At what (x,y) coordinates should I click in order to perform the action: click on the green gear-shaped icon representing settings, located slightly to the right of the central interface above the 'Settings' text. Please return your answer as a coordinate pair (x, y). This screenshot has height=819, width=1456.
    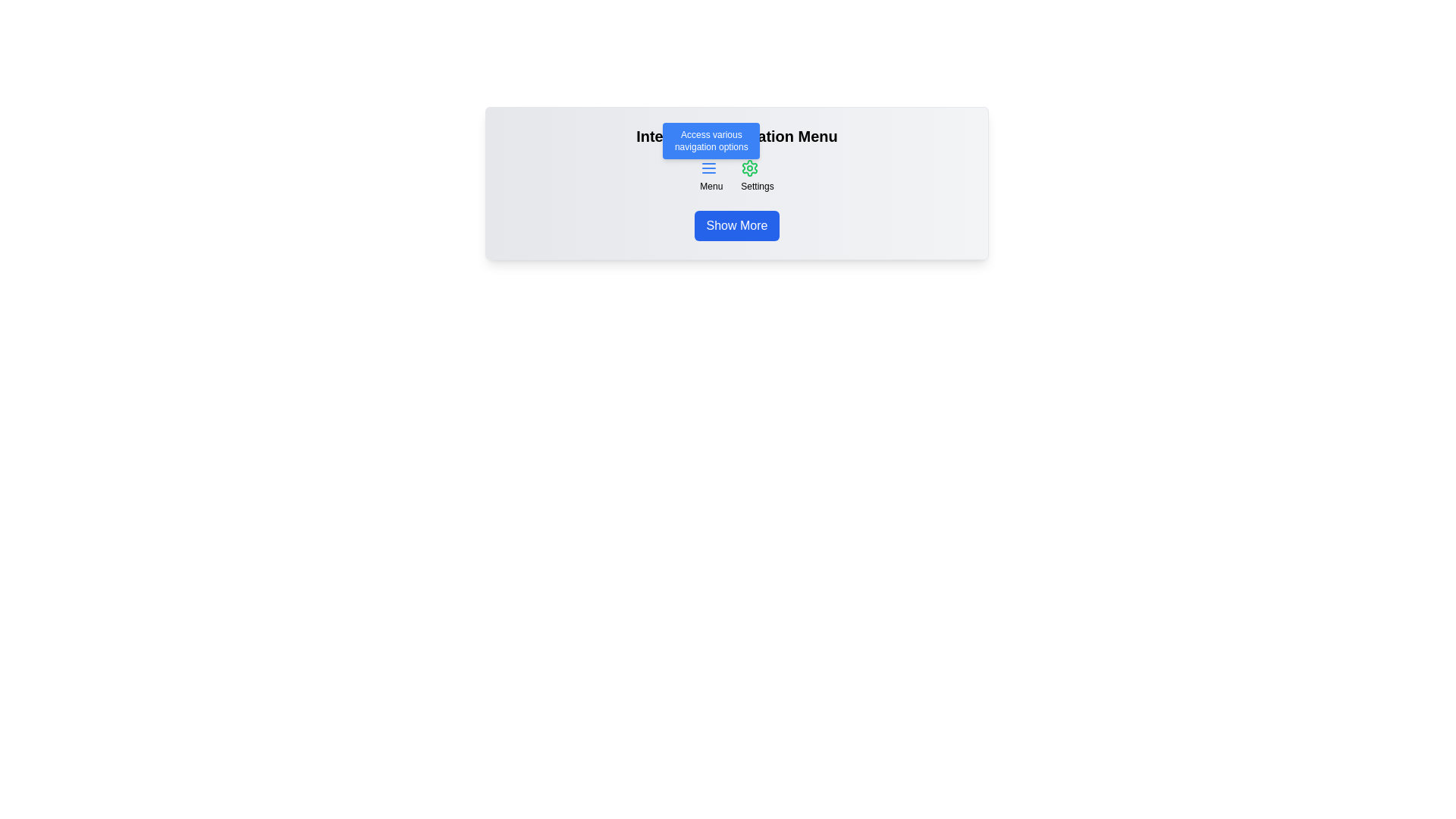
    Looking at the image, I should click on (750, 168).